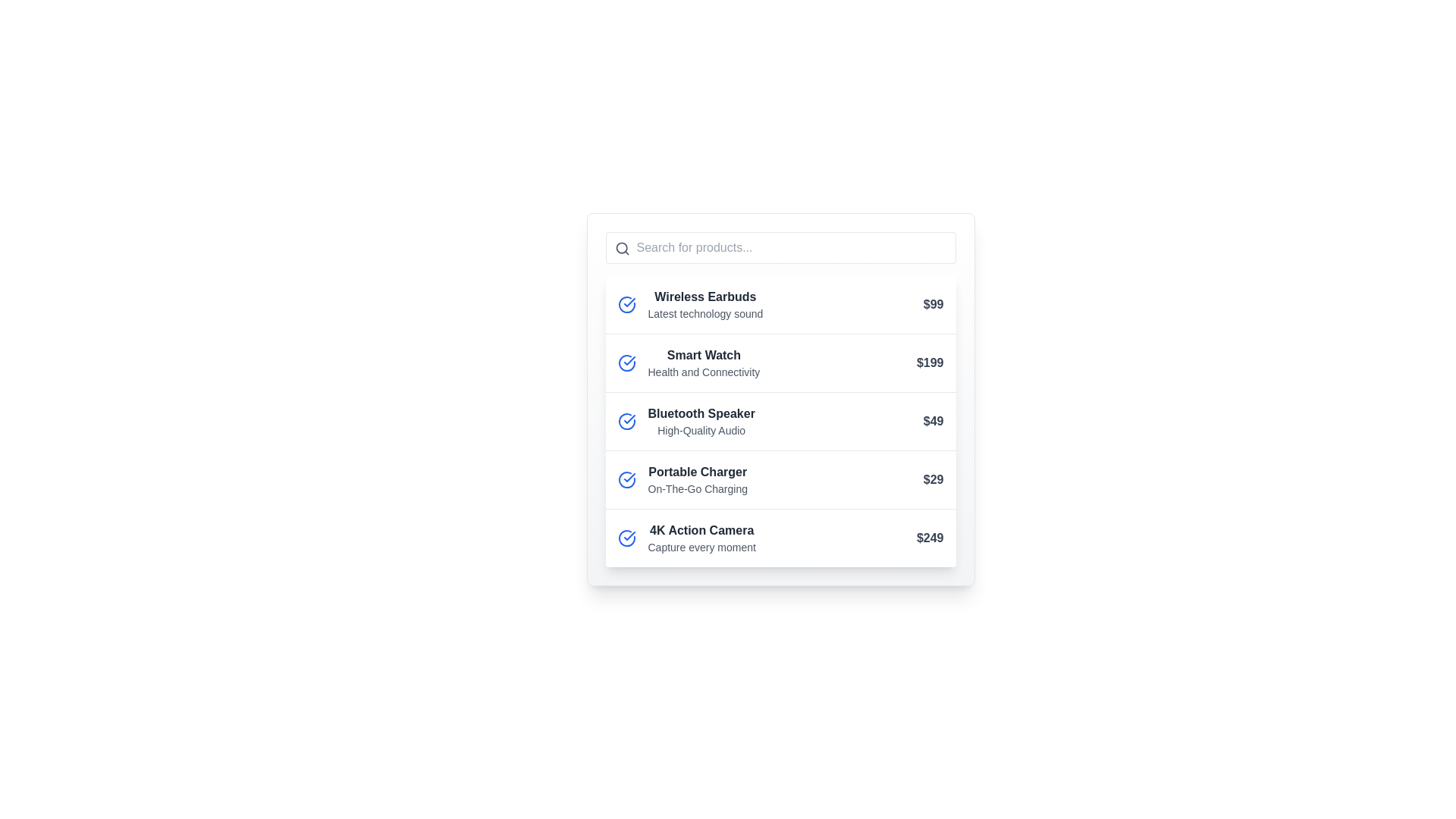 The image size is (1456, 819). What do you see at coordinates (933, 304) in the screenshot?
I see `the price label for the 'Wireless Earbuds' which is located at the far-right side of the first list item, aligned with the title and description` at bounding box center [933, 304].